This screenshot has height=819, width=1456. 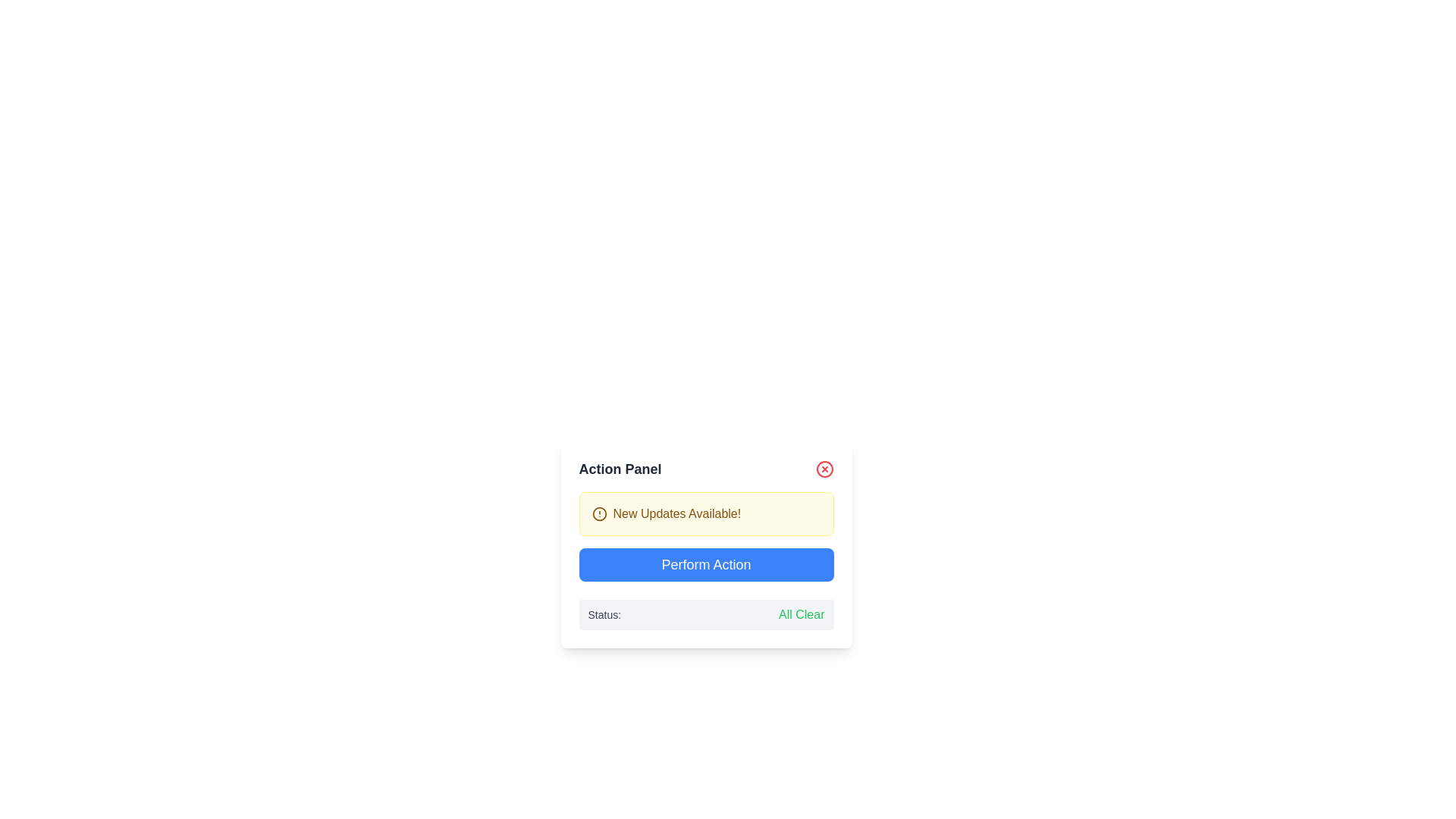 I want to click on text label that displays 'New Updates Available!' which is styled in a yellow-highlighted box and located in the upper section of the 'Action Panel' card, to the right of a circular alert icon, so click(x=676, y=513).